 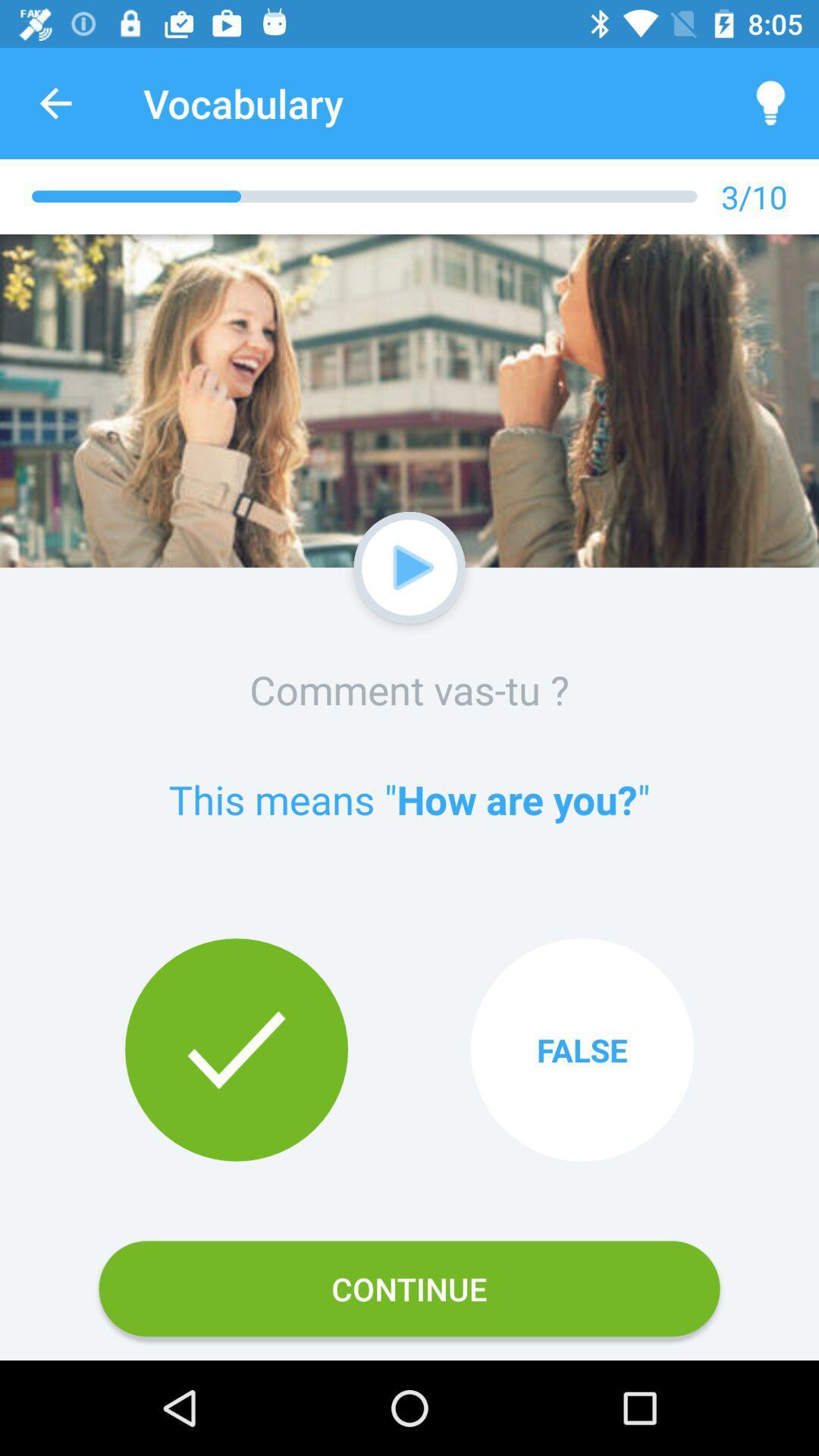 I want to click on the item next to the vocabulary item, so click(x=55, y=102).